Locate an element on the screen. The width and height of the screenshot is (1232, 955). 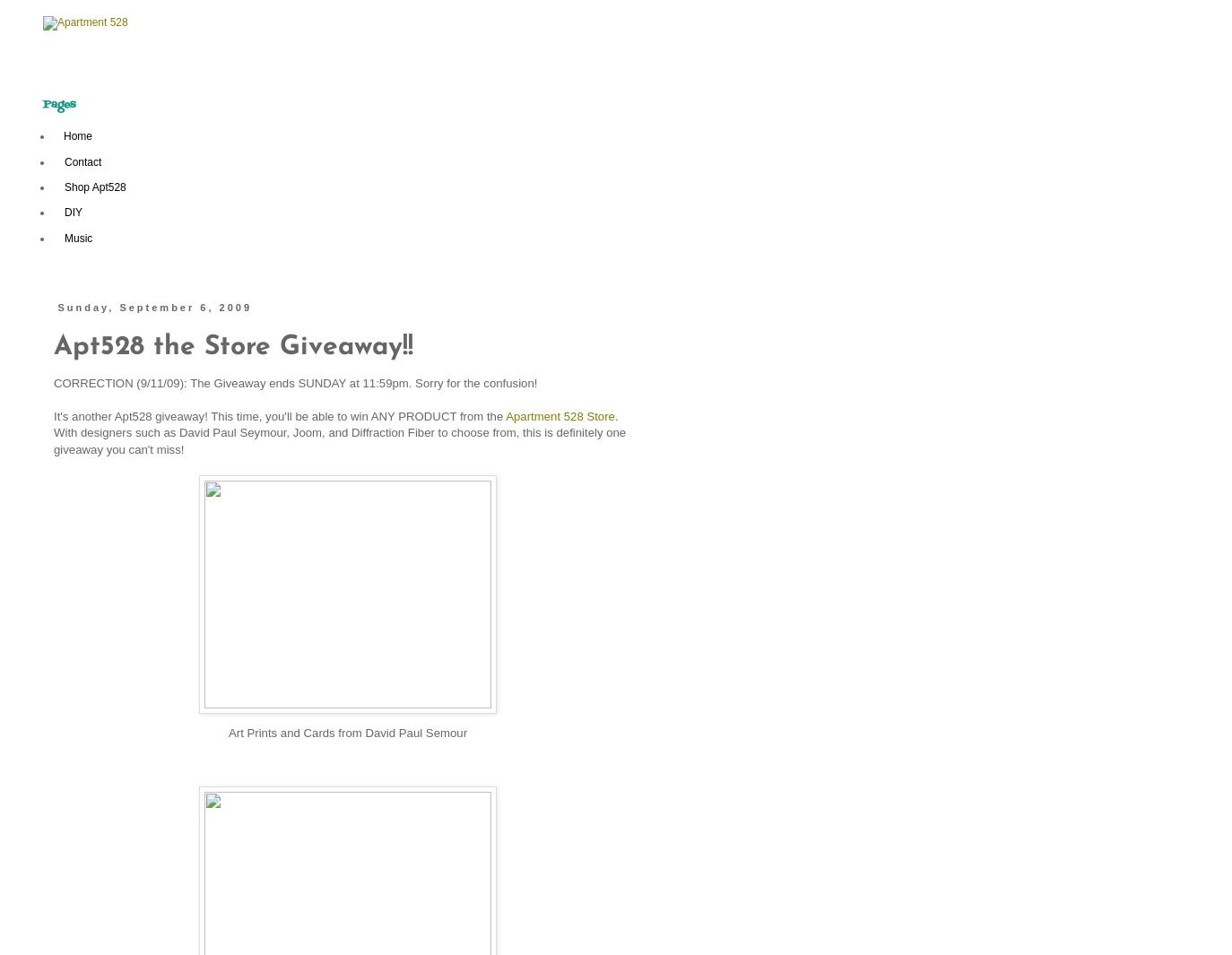
'. With designers such as David Paul Seymour, Joom, and Diffraction Fiber to choose from, this is definitely one giveaway you can't miss!' is located at coordinates (339, 431).